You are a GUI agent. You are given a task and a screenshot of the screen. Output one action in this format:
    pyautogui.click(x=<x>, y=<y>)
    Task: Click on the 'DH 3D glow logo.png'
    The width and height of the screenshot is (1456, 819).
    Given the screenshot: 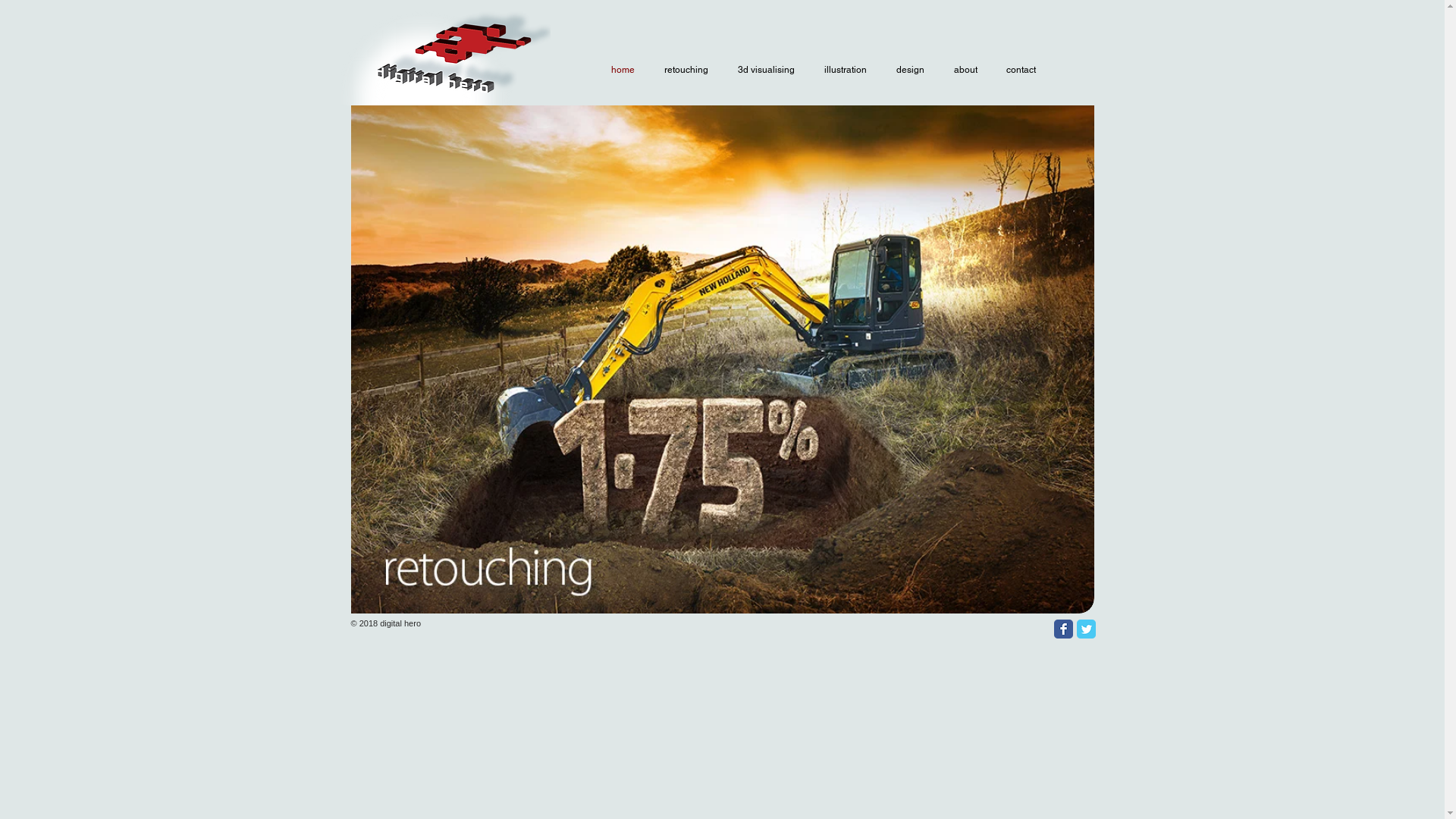 What is the action you would take?
    pyautogui.click(x=445, y=103)
    